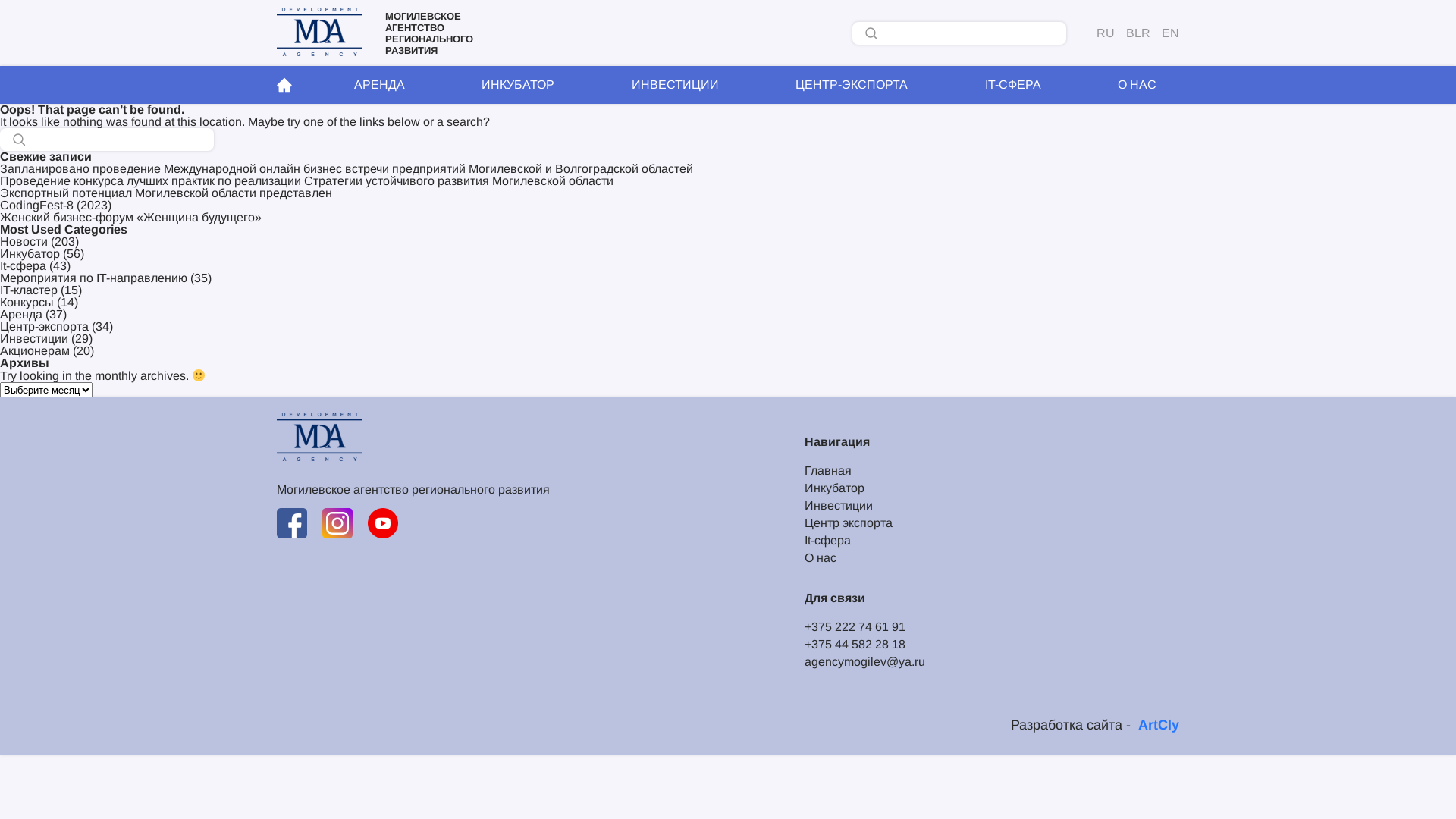 This screenshot has width=1456, height=819. I want to click on 'RU', so click(1106, 32).